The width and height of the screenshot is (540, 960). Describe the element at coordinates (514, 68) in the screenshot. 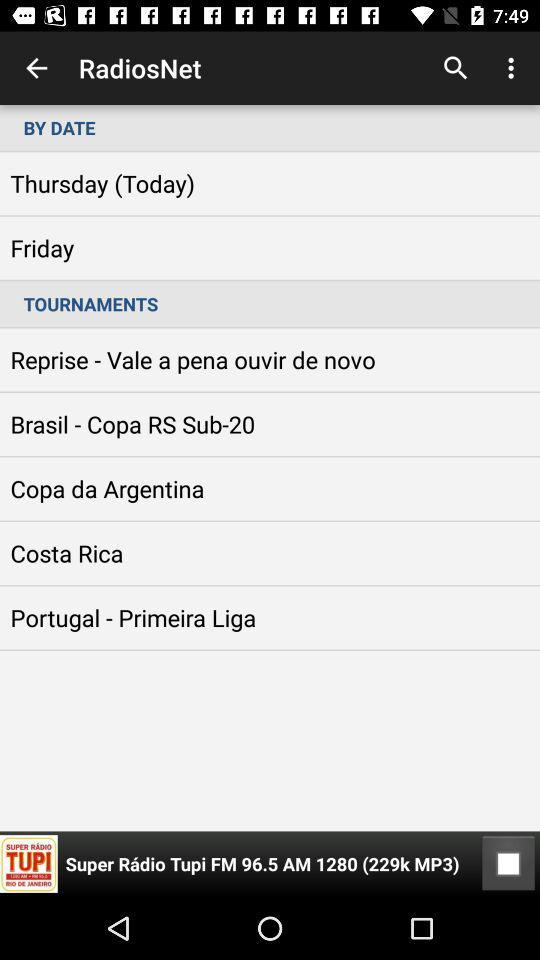

I see `menu icon in top` at that location.